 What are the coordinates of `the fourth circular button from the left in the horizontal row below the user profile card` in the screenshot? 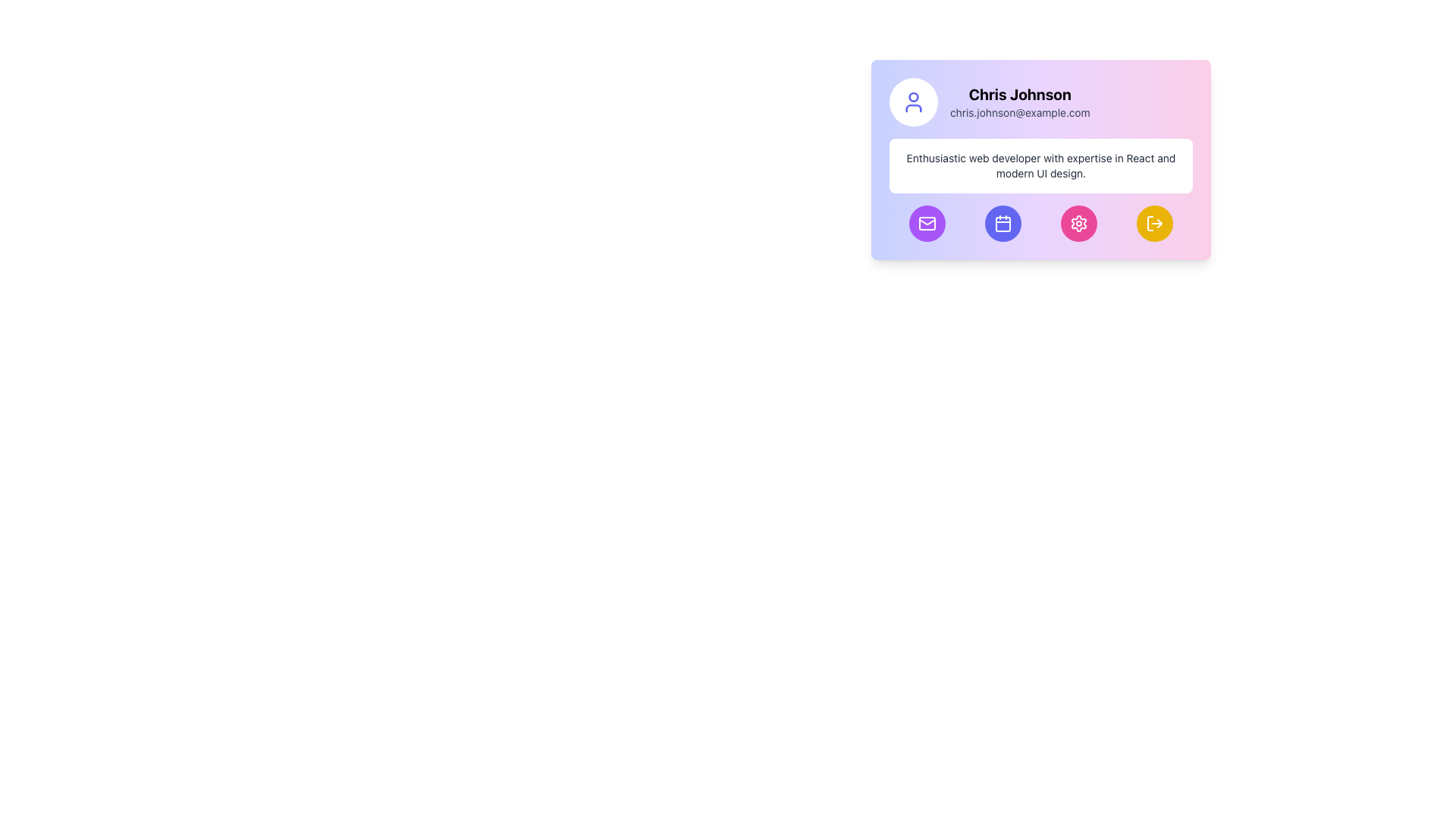 It's located at (1078, 223).